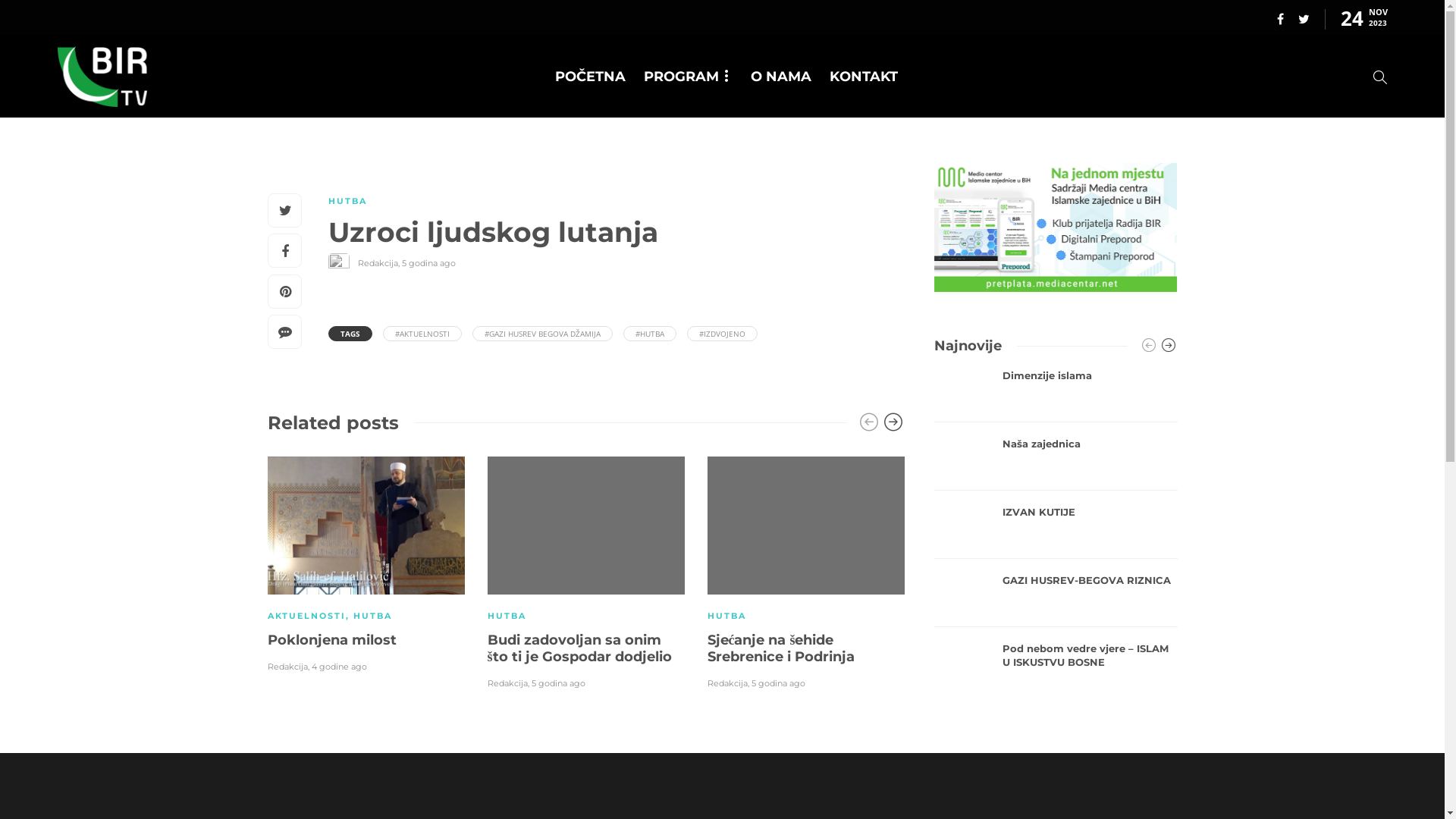 The width and height of the screenshot is (1456, 819). What do you see at coordinates (356, 262) in the screenshot?
I see `'Redakcija'` at bounding box center [356, 262].